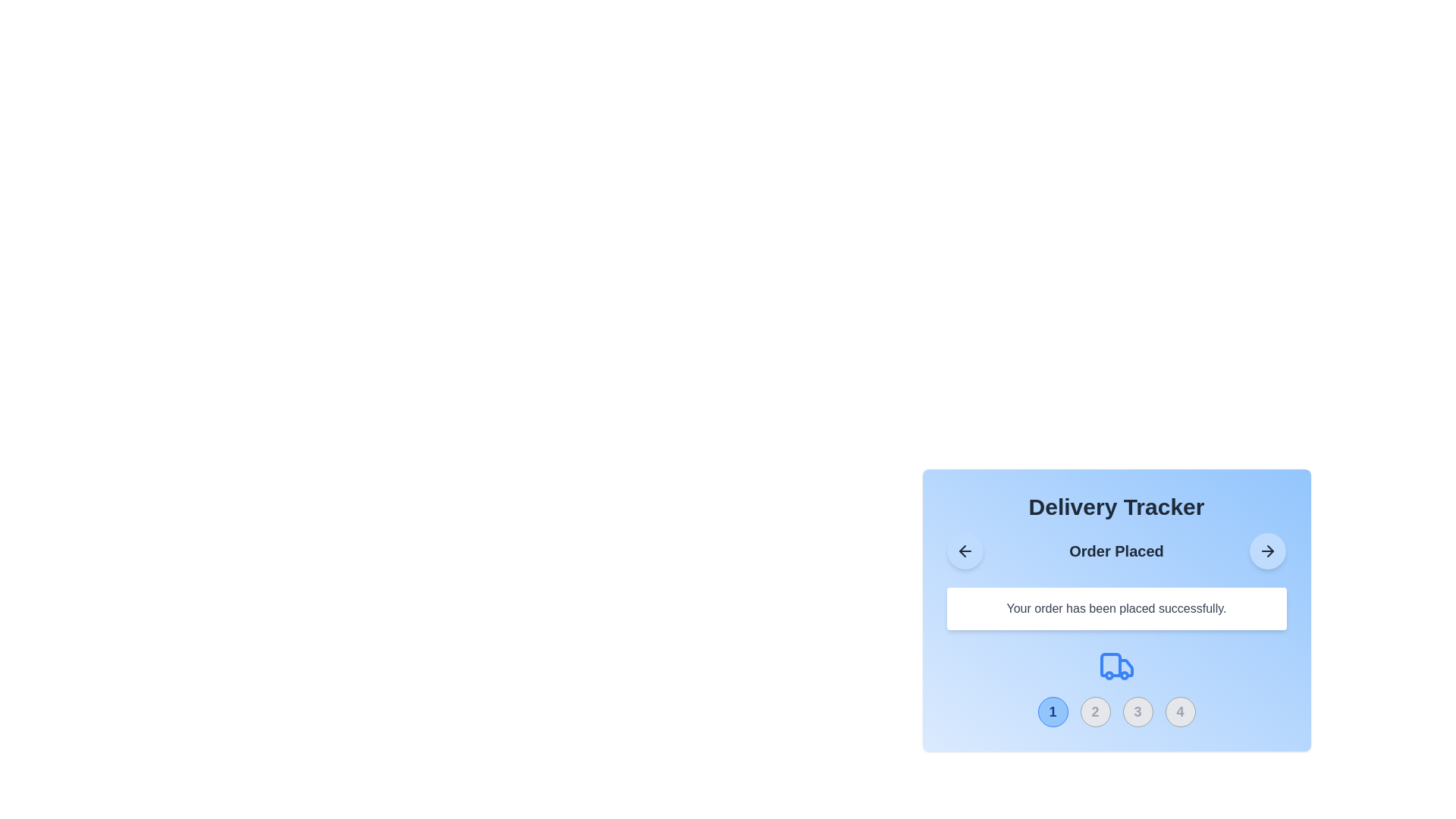 Image resolution: width=1456 pixels, height=819 pixels. Describe the element at coordinates (1116, 551) in the screenshot. I see `the text label displaying 'Order Placed', which is located at the top-middle of the delivery tracking UI` at that location.